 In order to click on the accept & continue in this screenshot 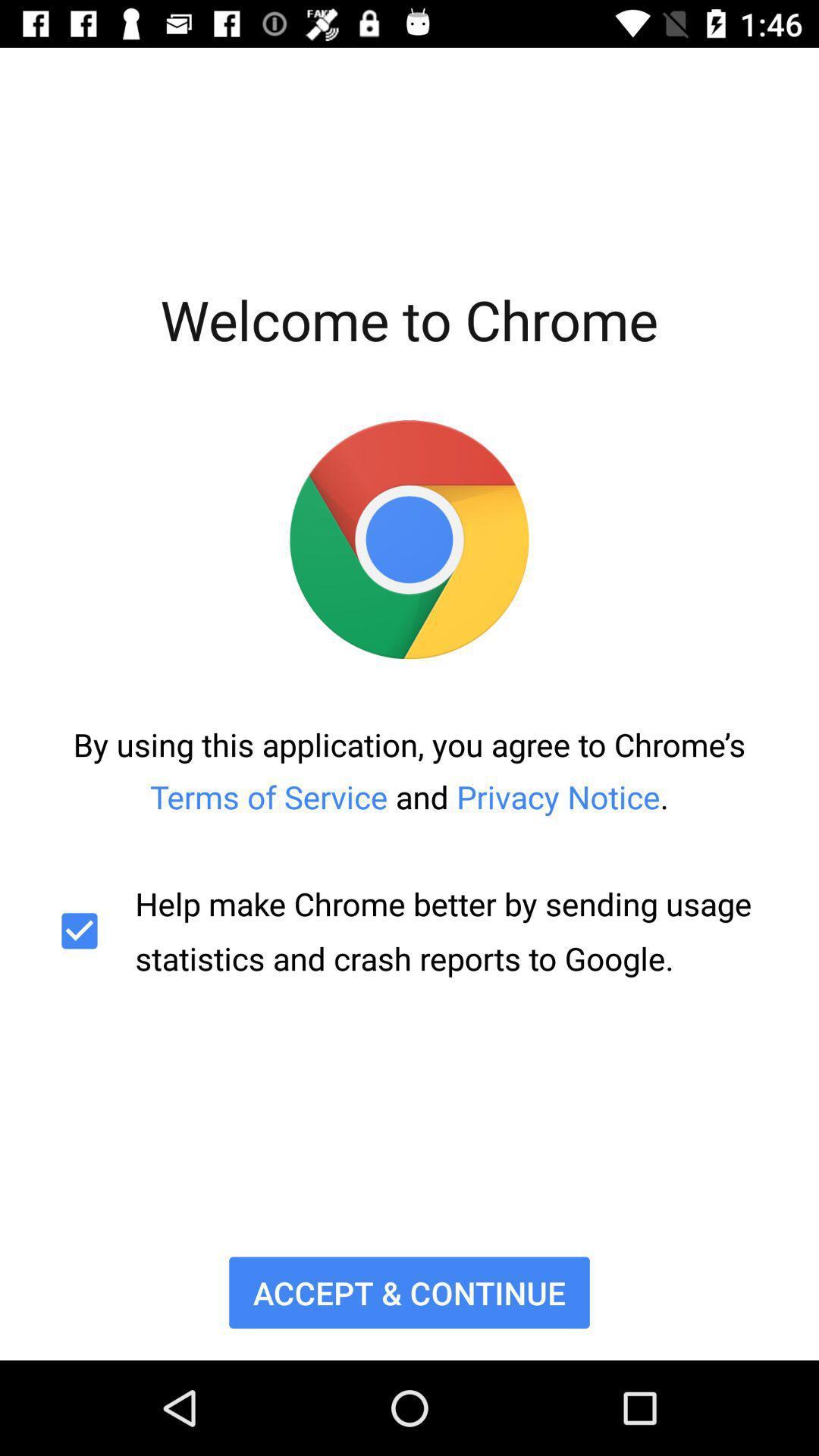, I will do `click(409, 1291)`.